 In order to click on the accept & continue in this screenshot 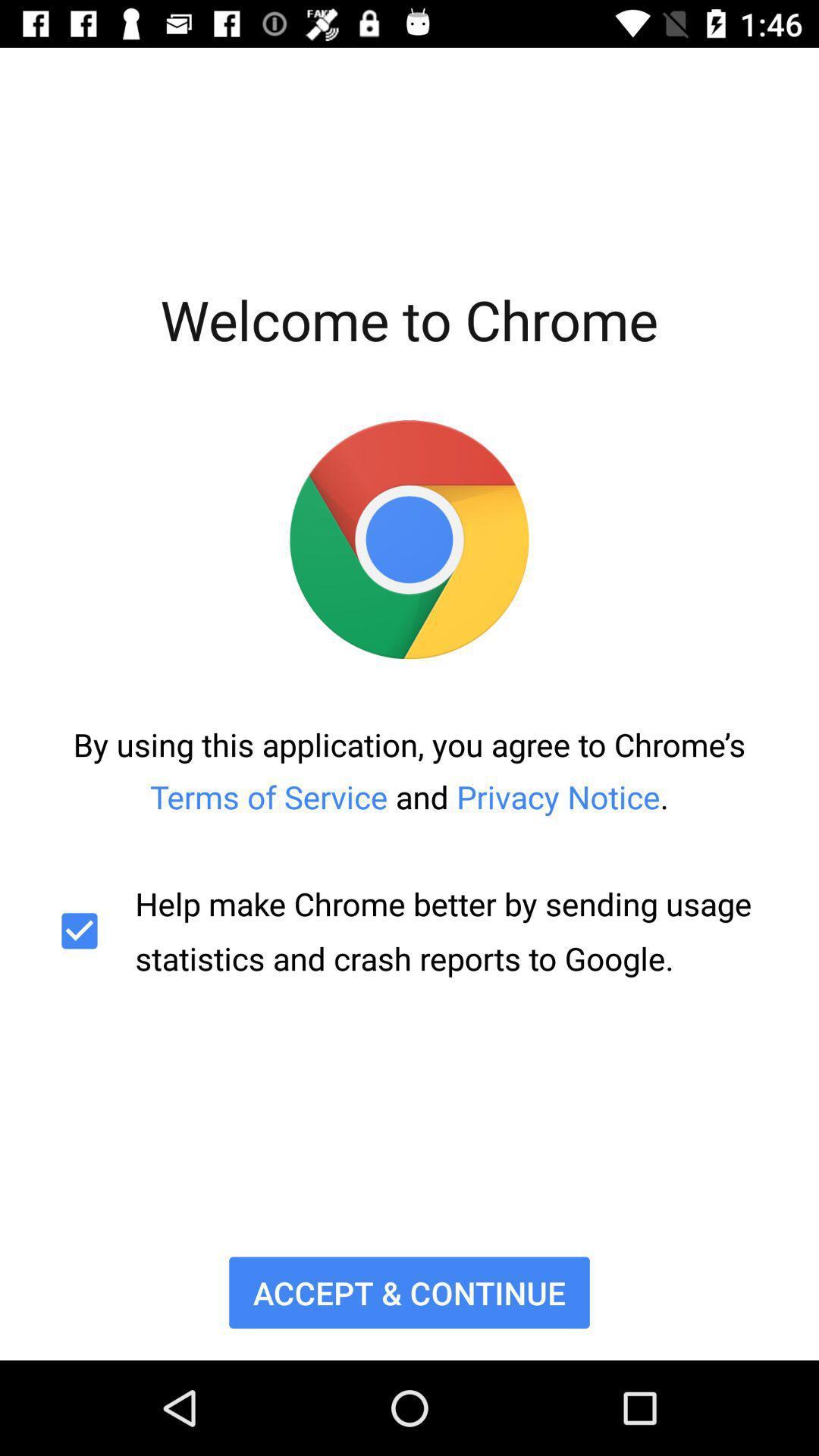, I will do `click(409, 1291)`.